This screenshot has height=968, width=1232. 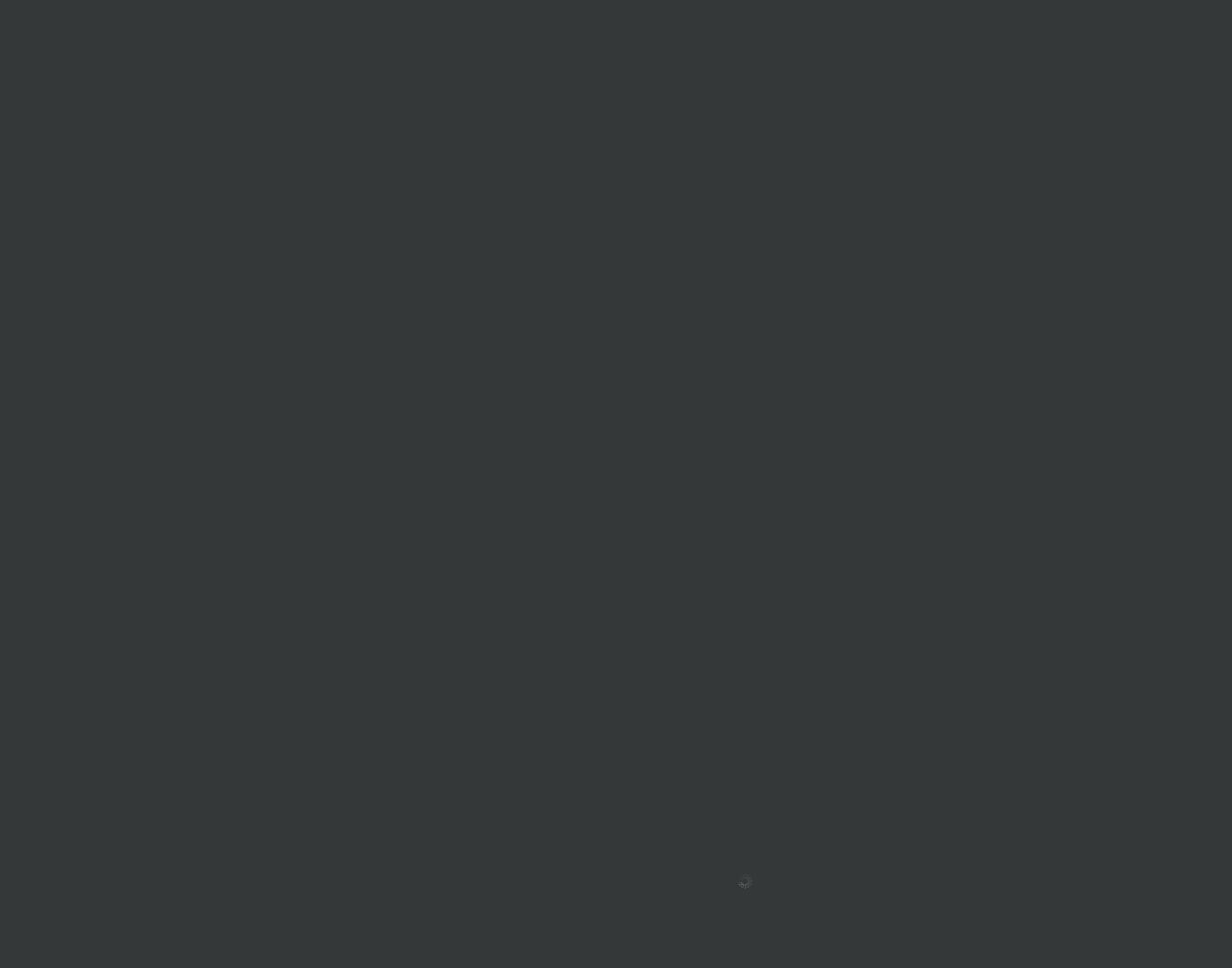 I want to click on 'holidays', so click(x=763, y=761).